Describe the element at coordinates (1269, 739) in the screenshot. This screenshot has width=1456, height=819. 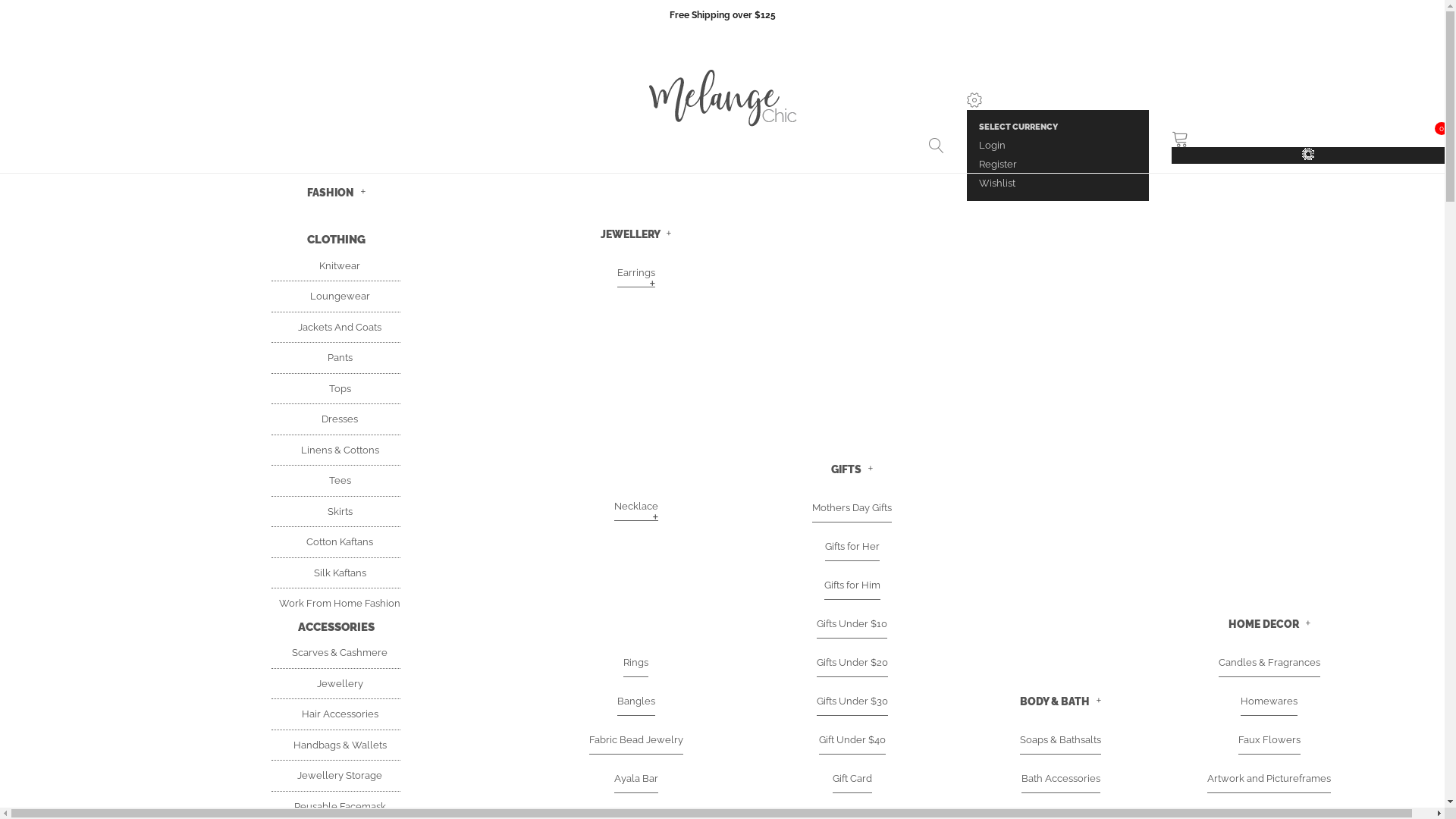
I see `'Faux Flowers'` at that location.